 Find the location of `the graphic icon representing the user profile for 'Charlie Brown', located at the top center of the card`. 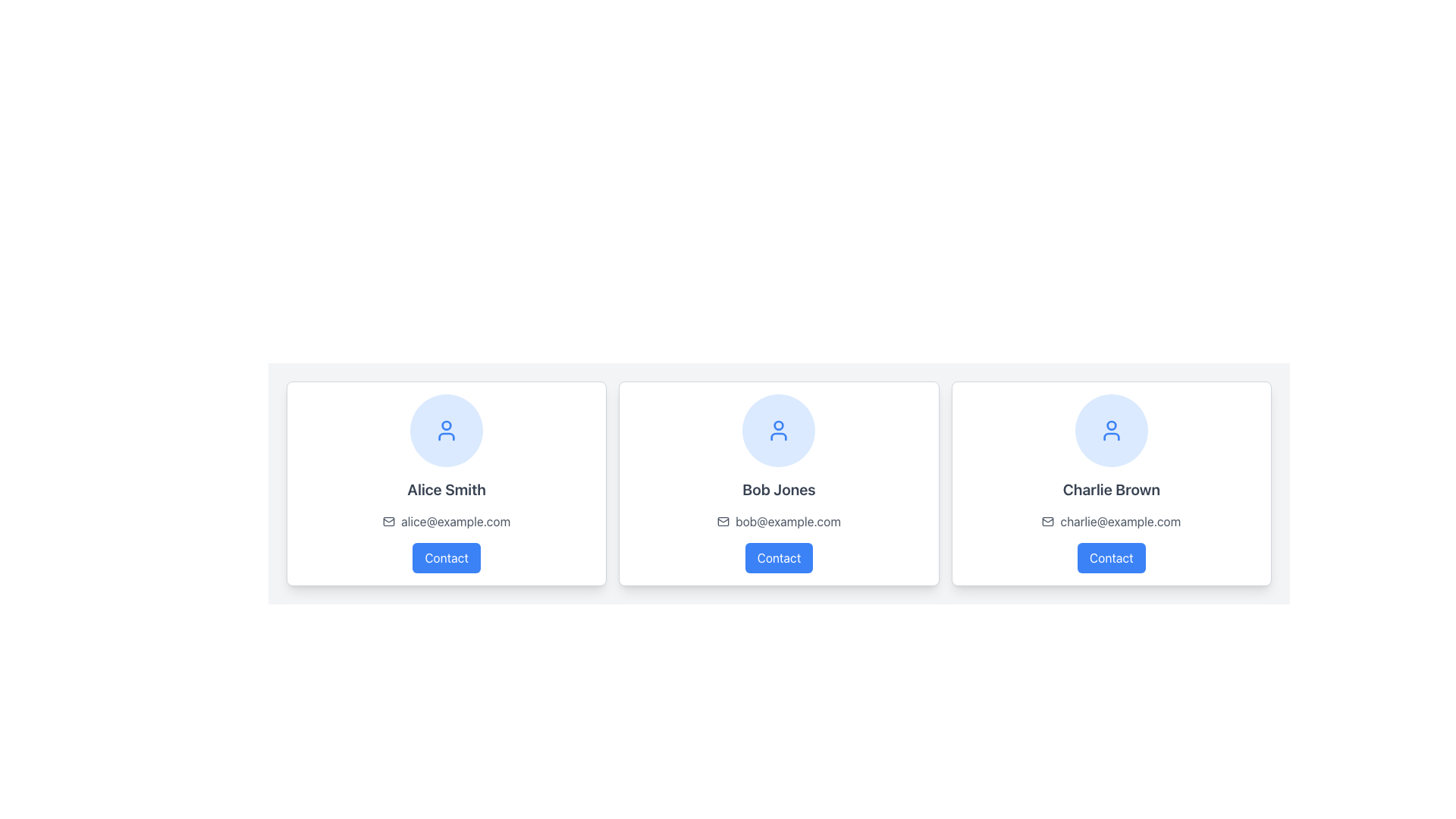

the graphic icon representing the user profile for 'Charlie Brown', located at the top center of the card is located at coordinates (1111, 430).